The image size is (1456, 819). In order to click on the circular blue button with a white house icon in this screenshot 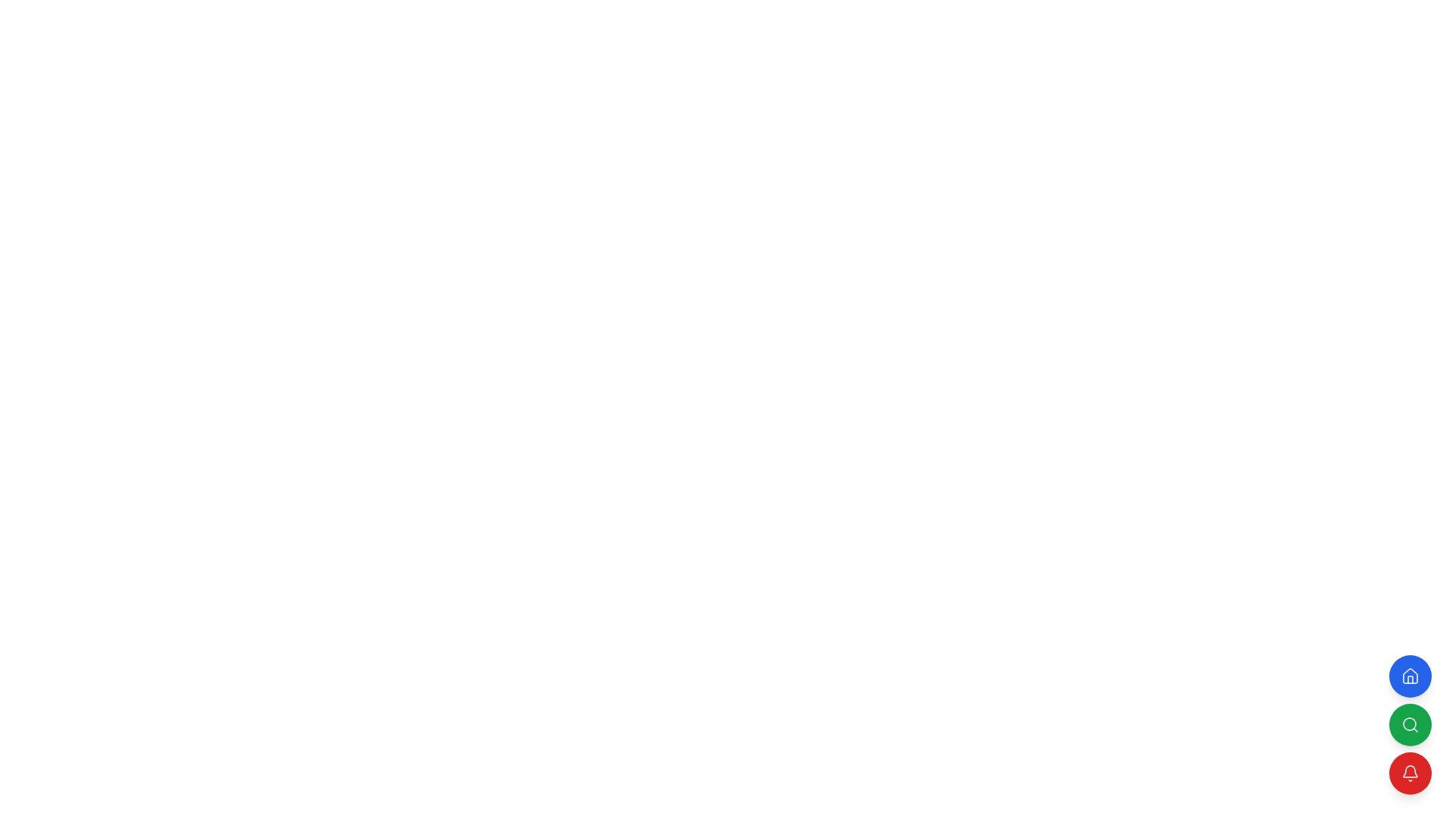, I will do `click(1410, 675)`.